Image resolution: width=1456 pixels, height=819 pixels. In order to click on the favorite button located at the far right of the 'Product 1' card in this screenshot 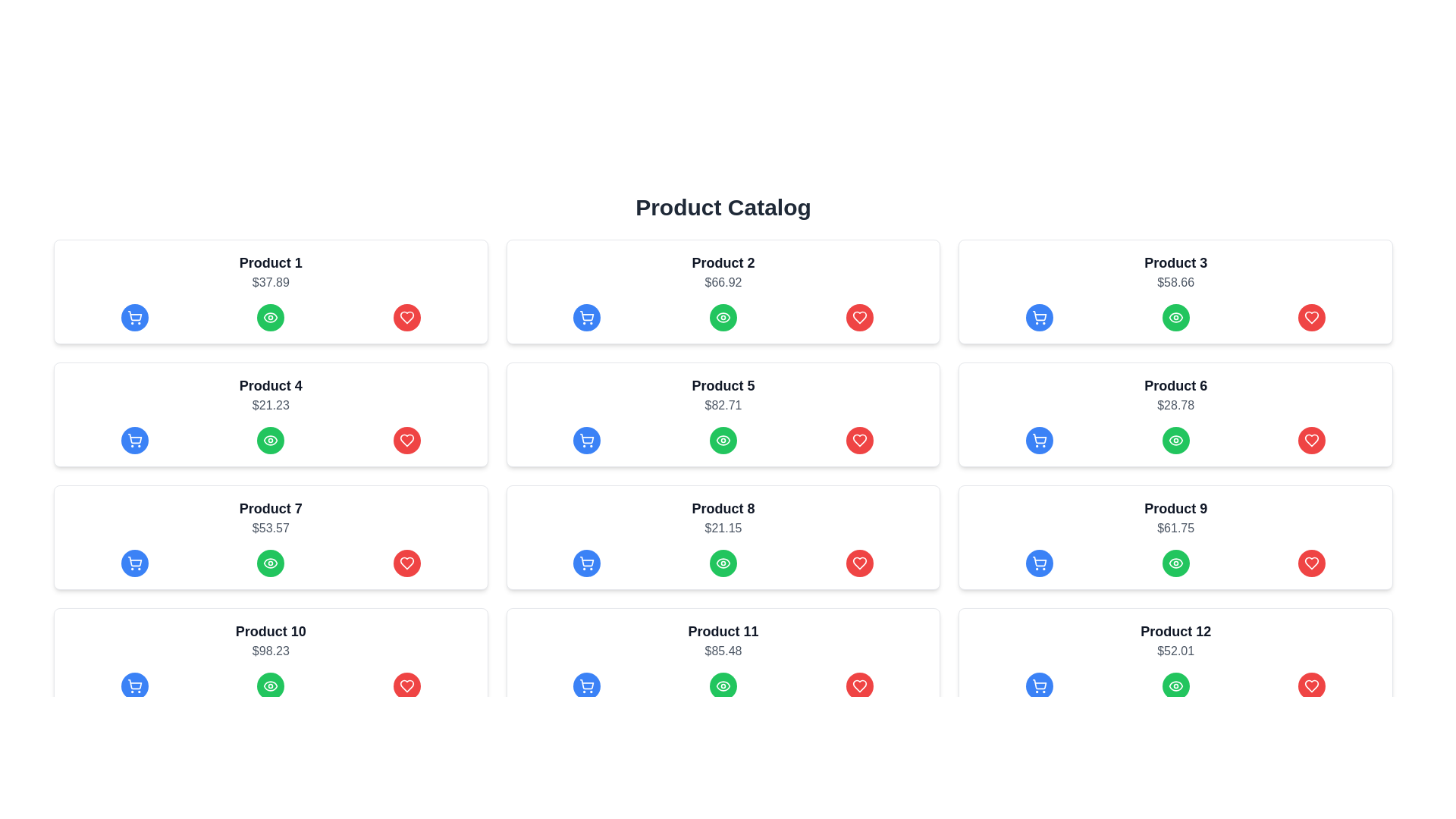, I will do `click(406, 317)`.